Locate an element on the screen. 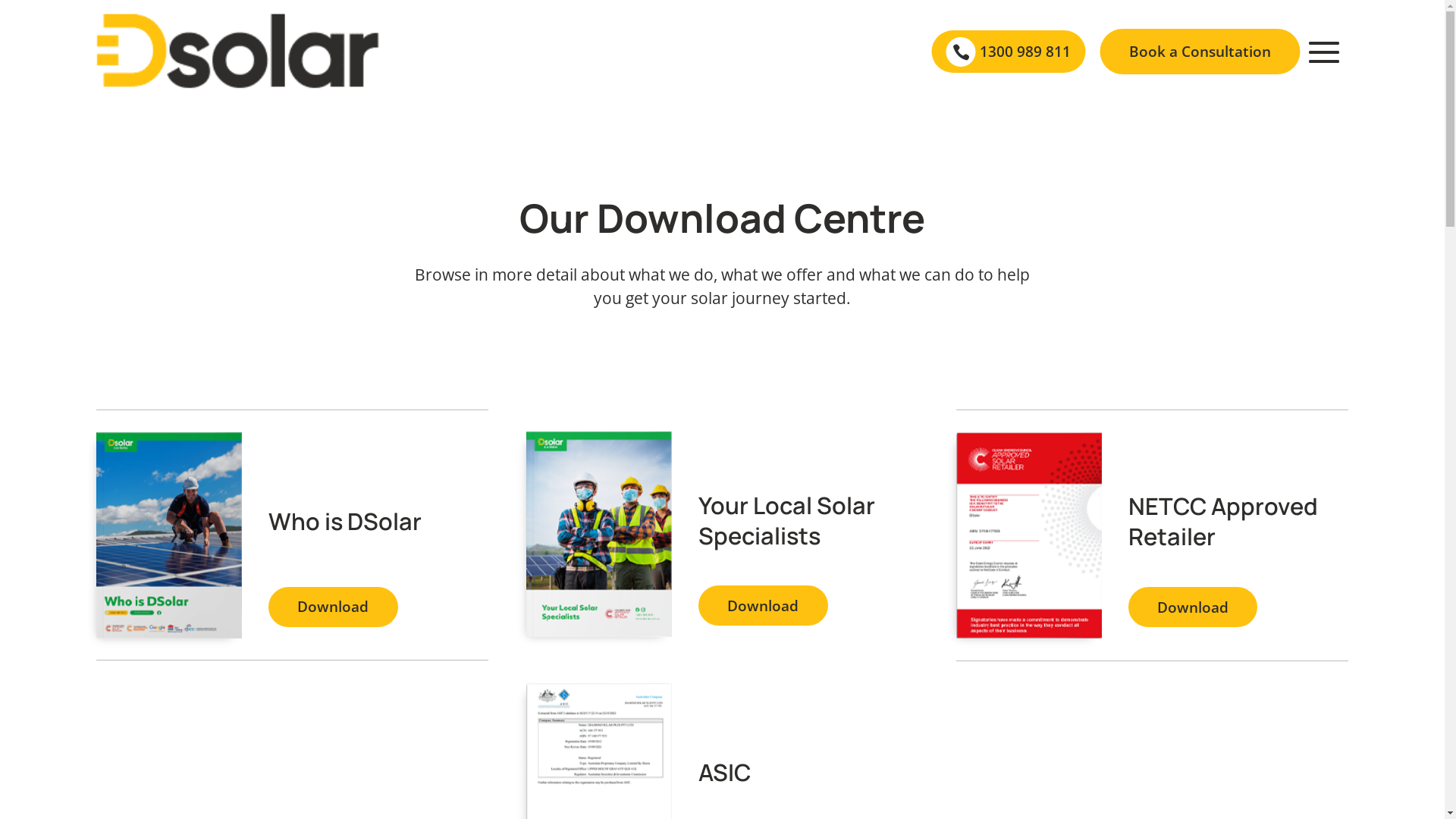 The image size is (1456, 819). 'Book a Consultation' is located at coordinates (1199, 51).